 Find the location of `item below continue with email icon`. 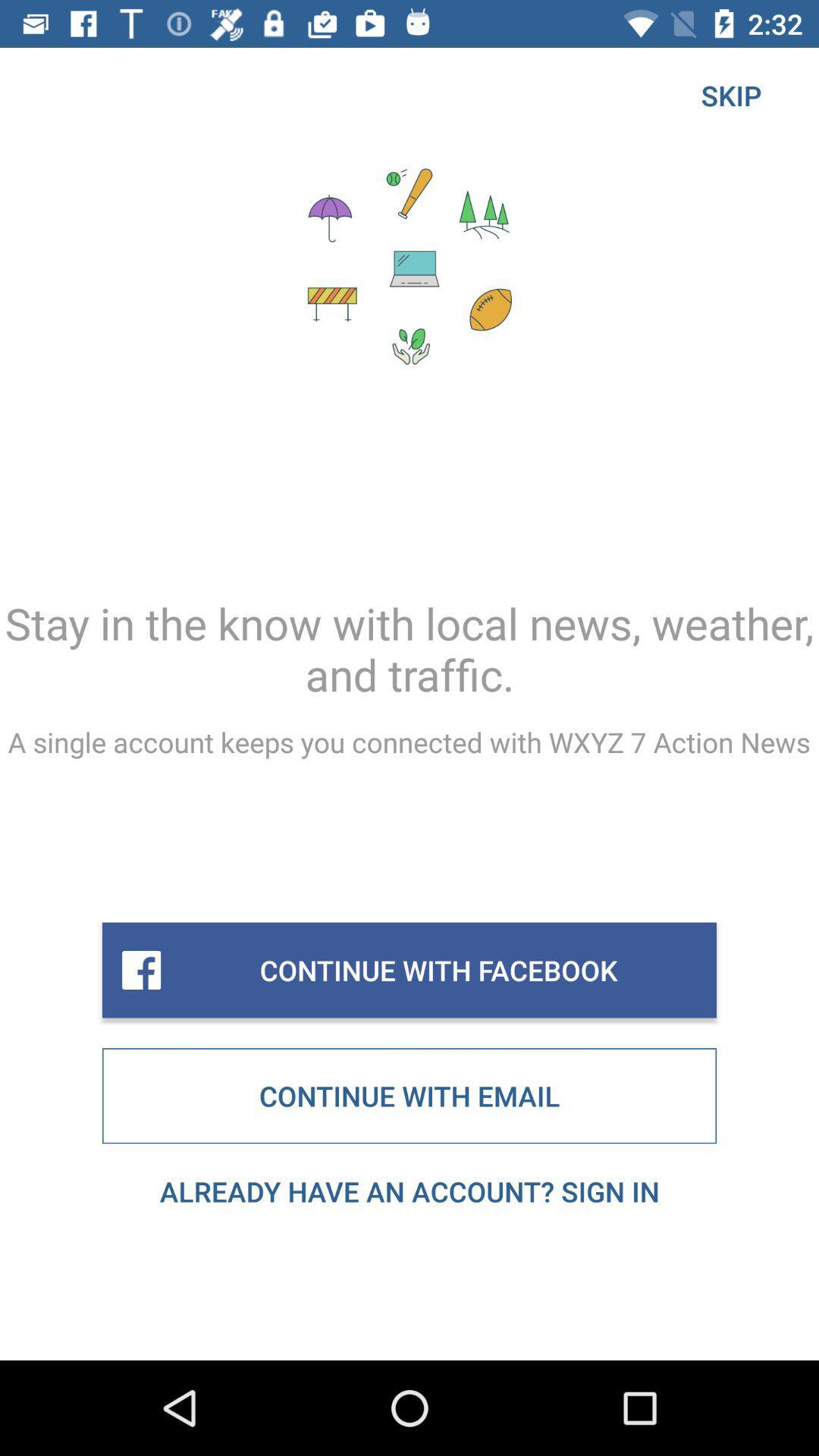

item below continue with email icon is located at coordinates (409, 1191).